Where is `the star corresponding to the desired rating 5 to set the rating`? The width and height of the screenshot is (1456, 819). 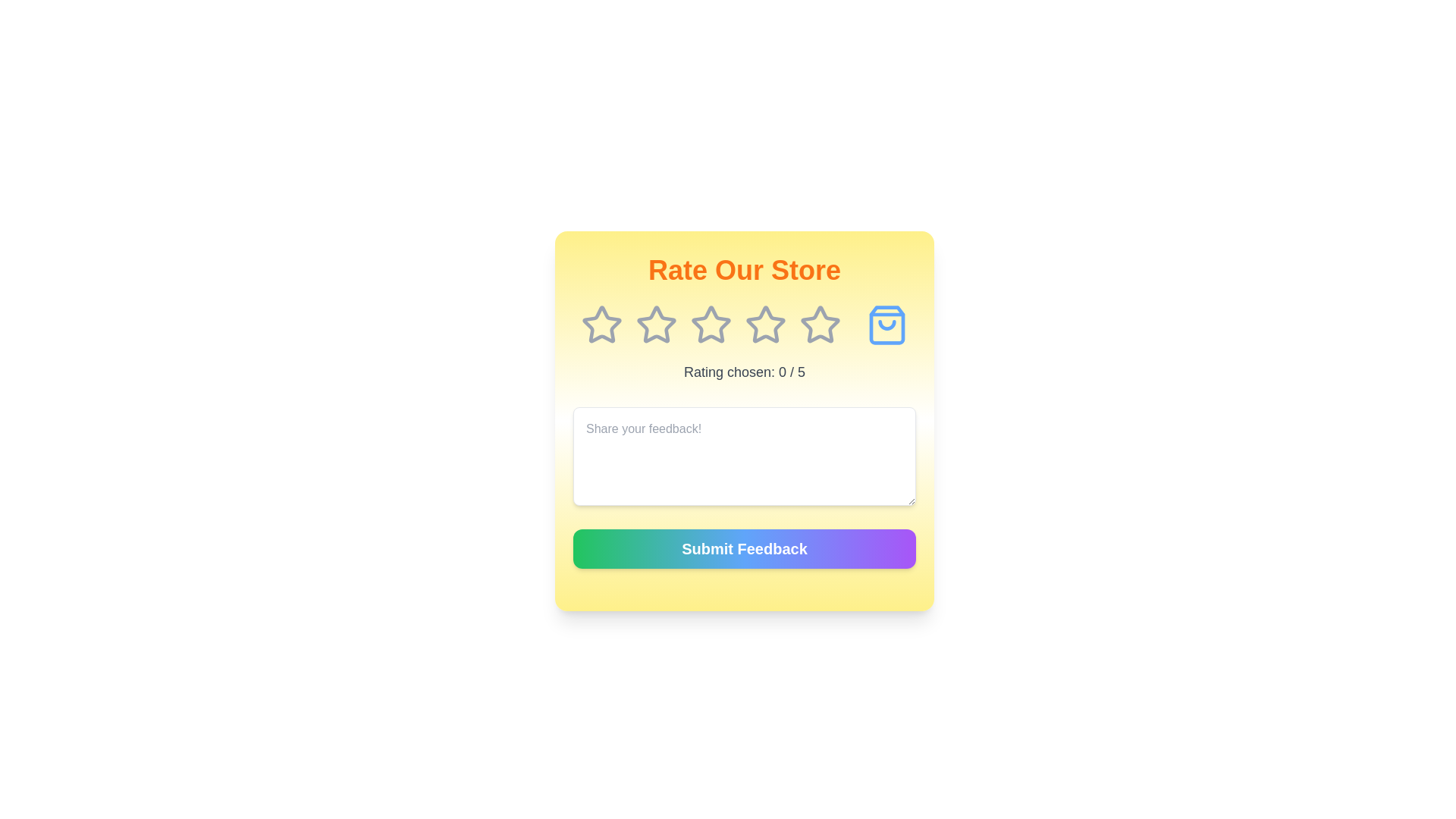
the star corresponding to the desired rating 5 to set the rating is located at coordinates (819, 324).